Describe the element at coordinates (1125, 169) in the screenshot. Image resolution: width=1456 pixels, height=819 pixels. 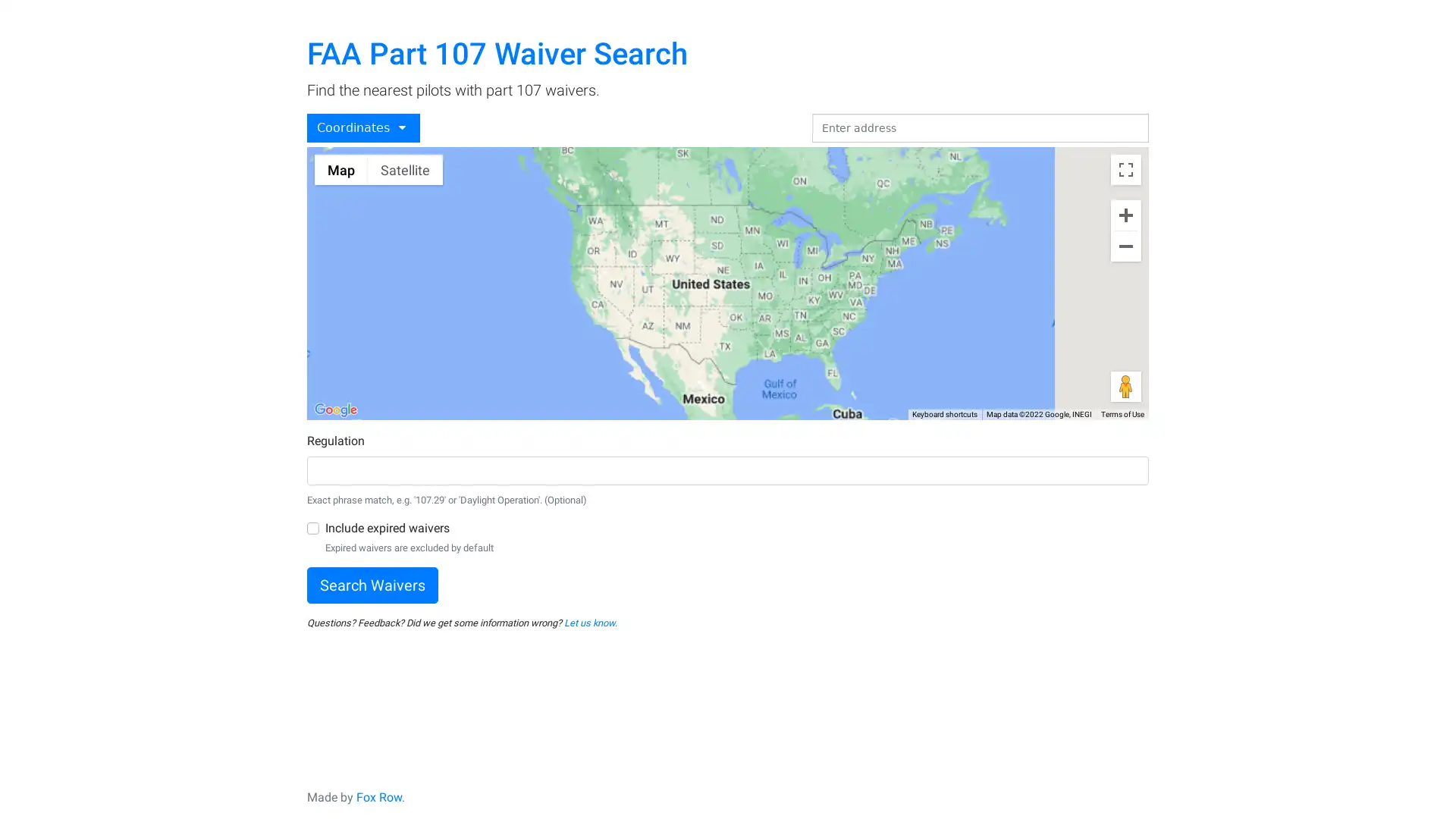
I see `Toggle fullscreen view` at that location.